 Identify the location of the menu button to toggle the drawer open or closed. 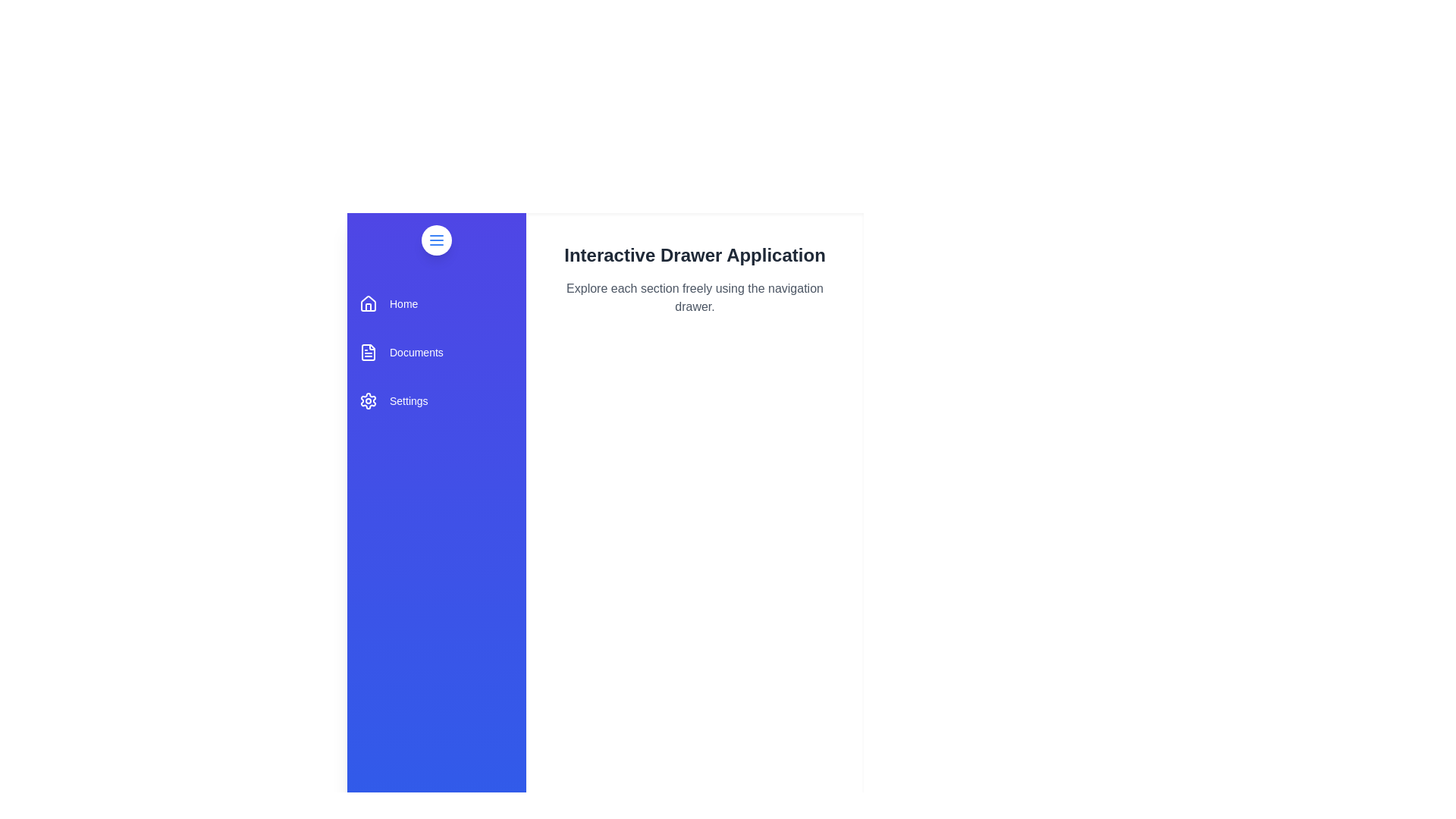
(436, 239).